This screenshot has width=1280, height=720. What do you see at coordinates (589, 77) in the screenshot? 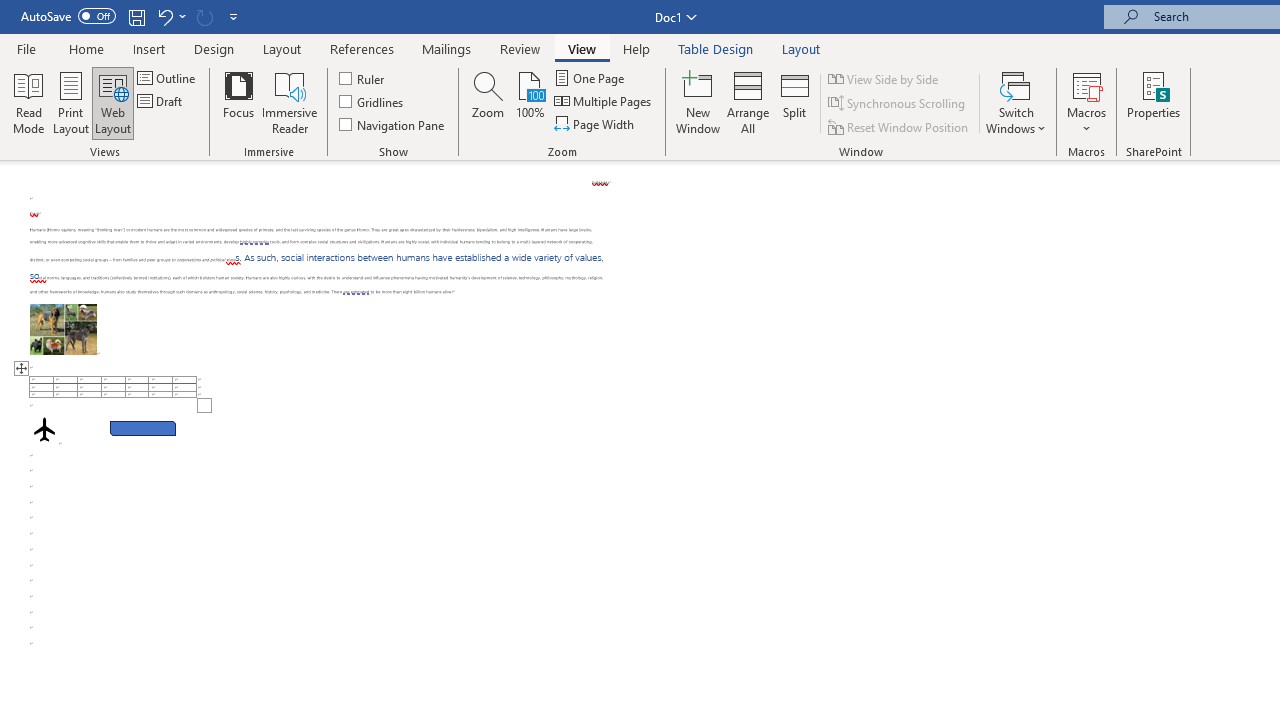
I see `'One Page'` at bounding box center [589, 77].